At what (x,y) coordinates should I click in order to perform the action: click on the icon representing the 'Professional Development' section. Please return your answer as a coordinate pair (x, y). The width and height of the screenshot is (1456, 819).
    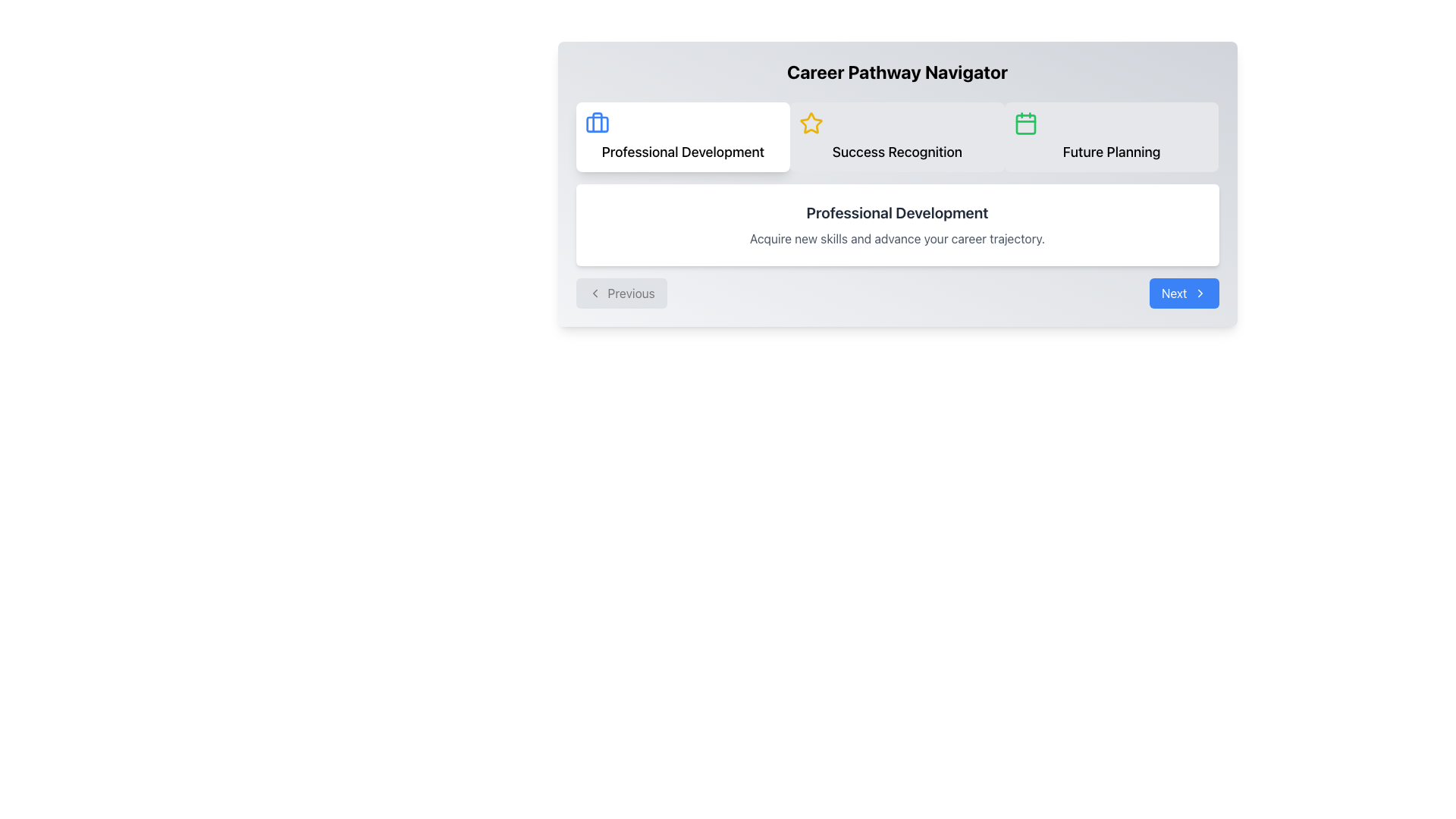
    Looking at the image, I should click on (596, 122).